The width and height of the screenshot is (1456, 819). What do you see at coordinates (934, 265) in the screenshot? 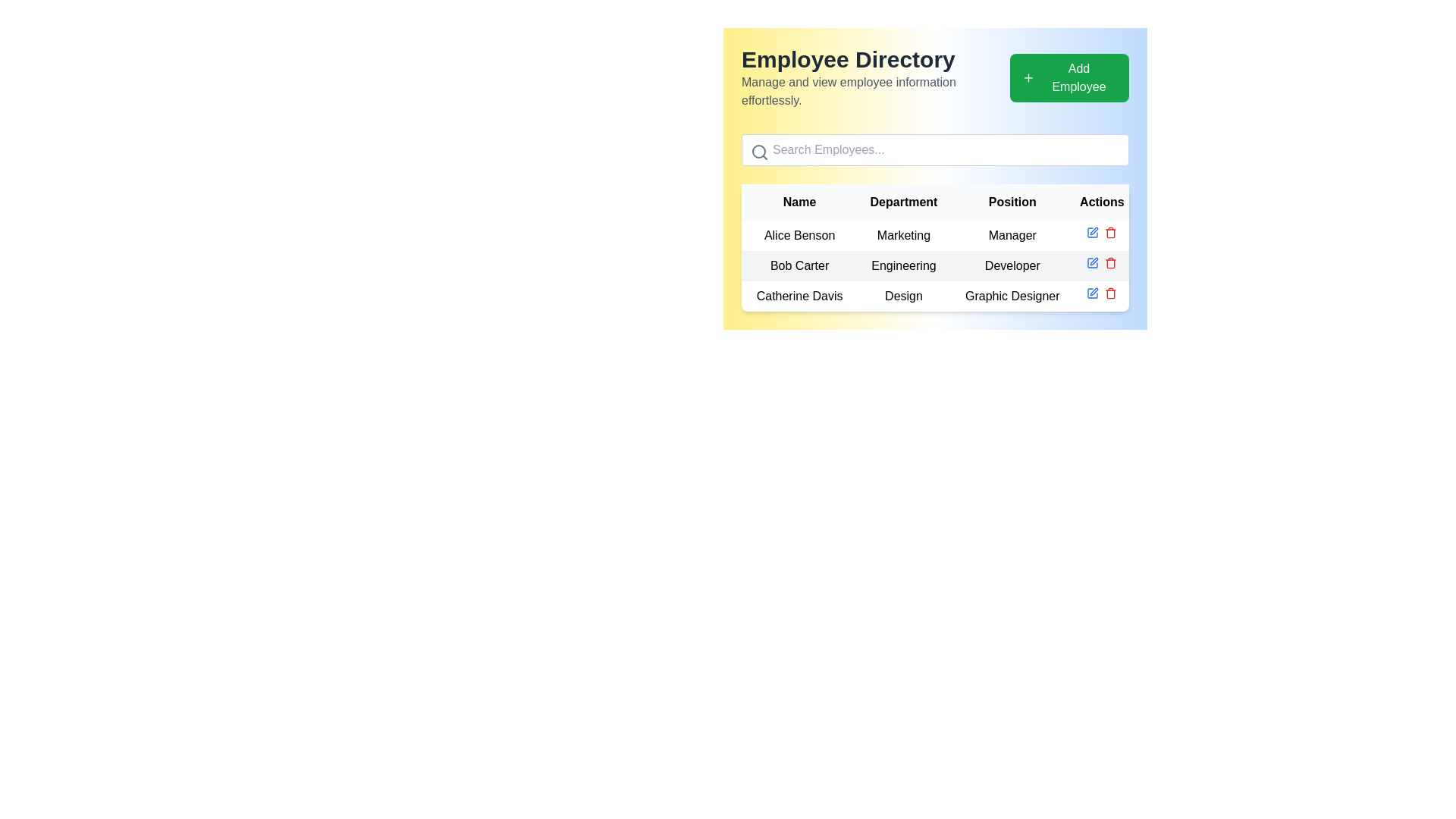
I see `the second data row` at bounding box center [934, 265].